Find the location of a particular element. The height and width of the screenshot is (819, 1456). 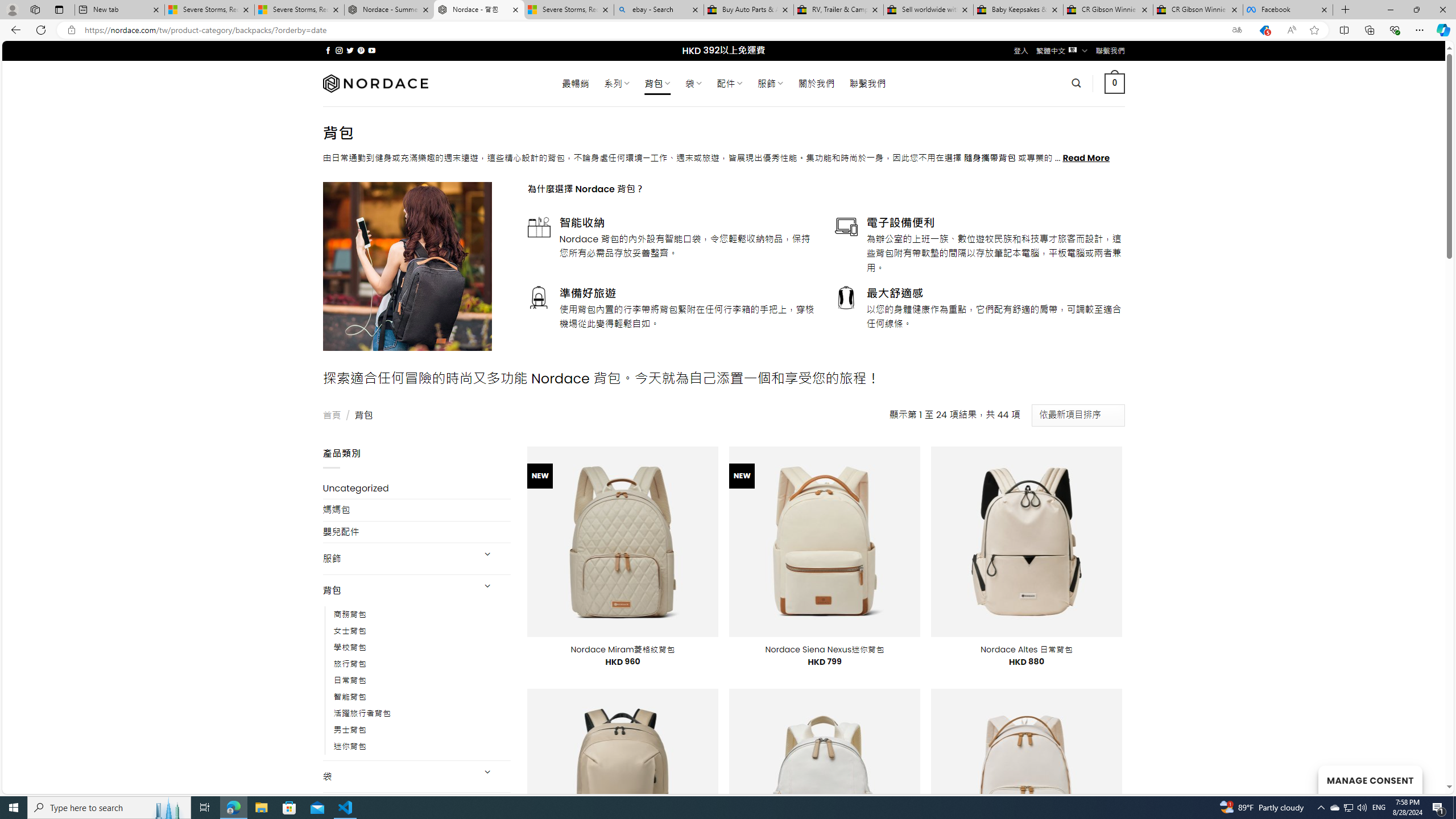

'Show translate options' is located at coordinates (1236, 30).